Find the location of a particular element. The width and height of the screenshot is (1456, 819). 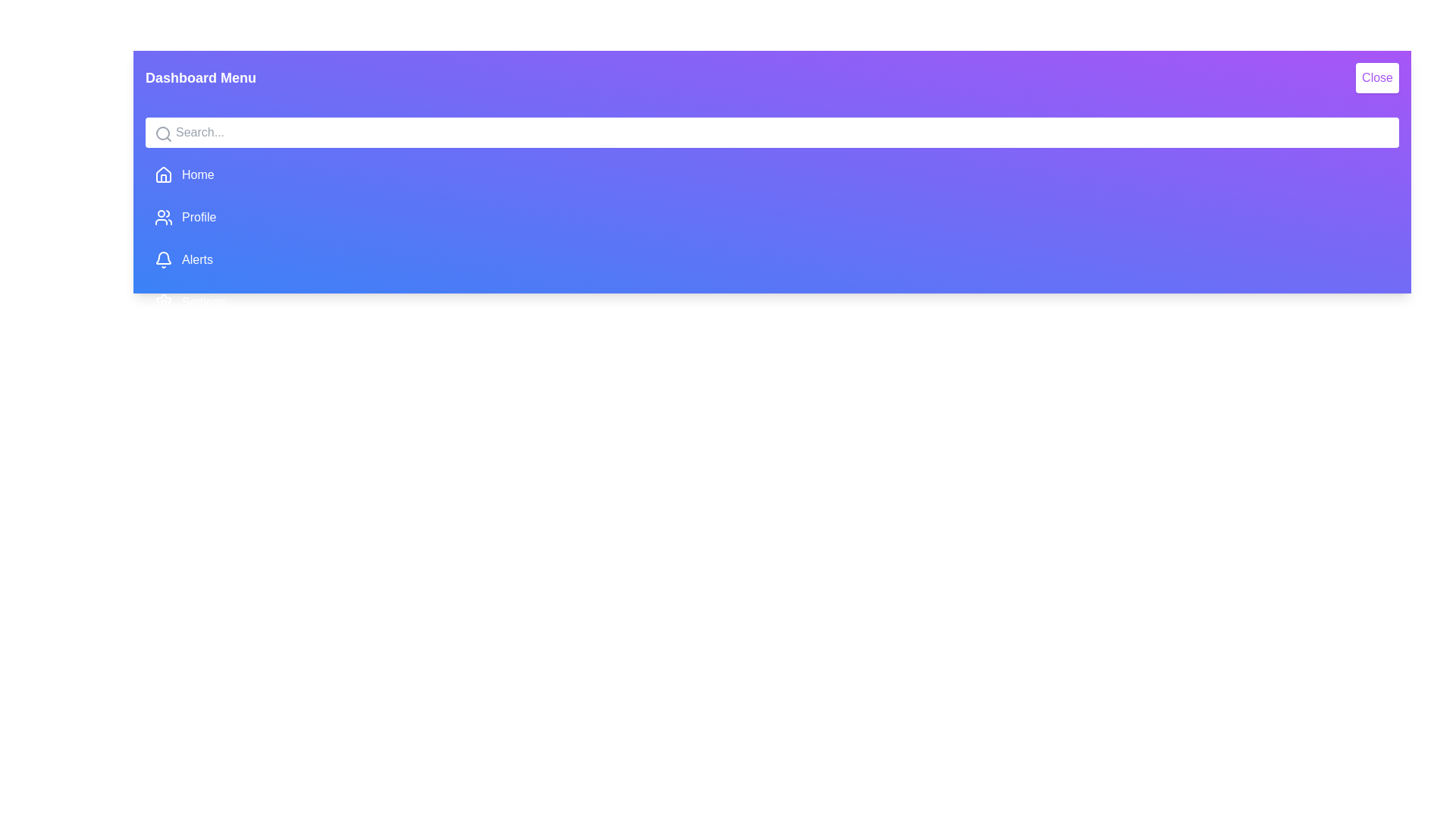

the bell icon in the 'Alerts' section of the sidebar menu, which is visually distinct by its curved outline and is located beneath the 'Profile' menu item is located at coordinates (164, 257).